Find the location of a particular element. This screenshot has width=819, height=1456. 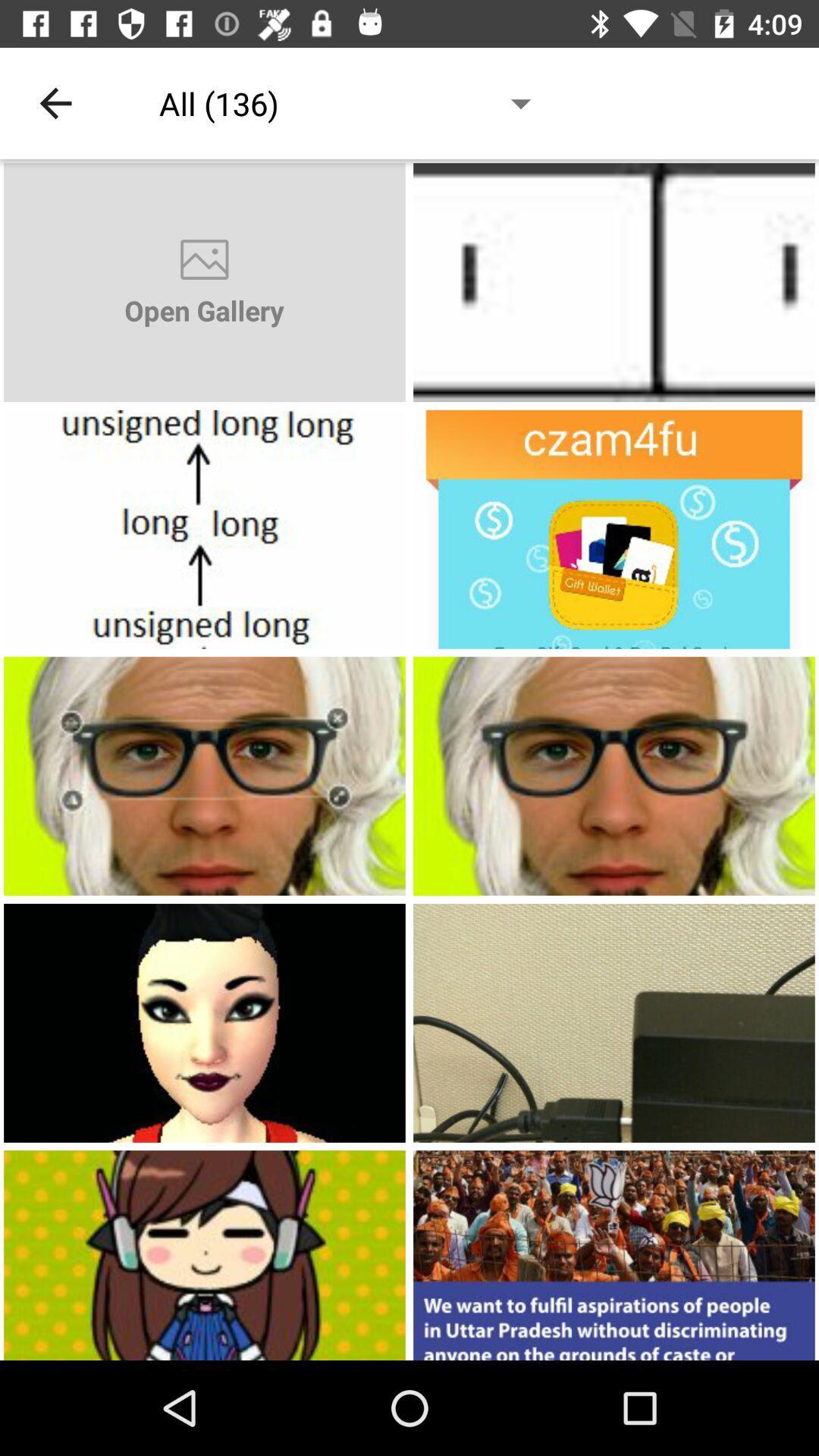

adjust glasses is located at coordinates (205, 776).